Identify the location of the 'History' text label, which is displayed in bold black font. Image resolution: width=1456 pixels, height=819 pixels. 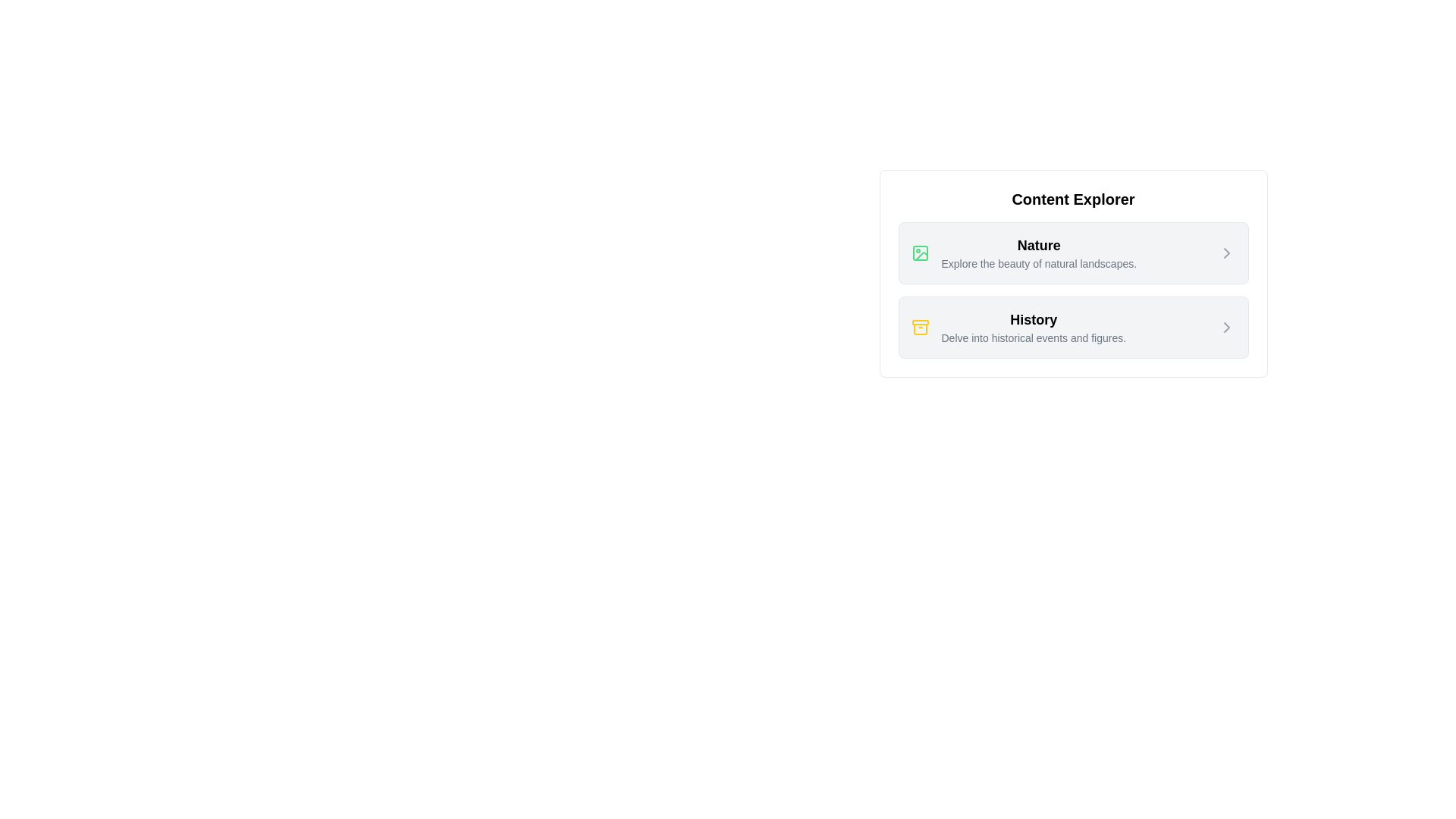
(1033, 318).